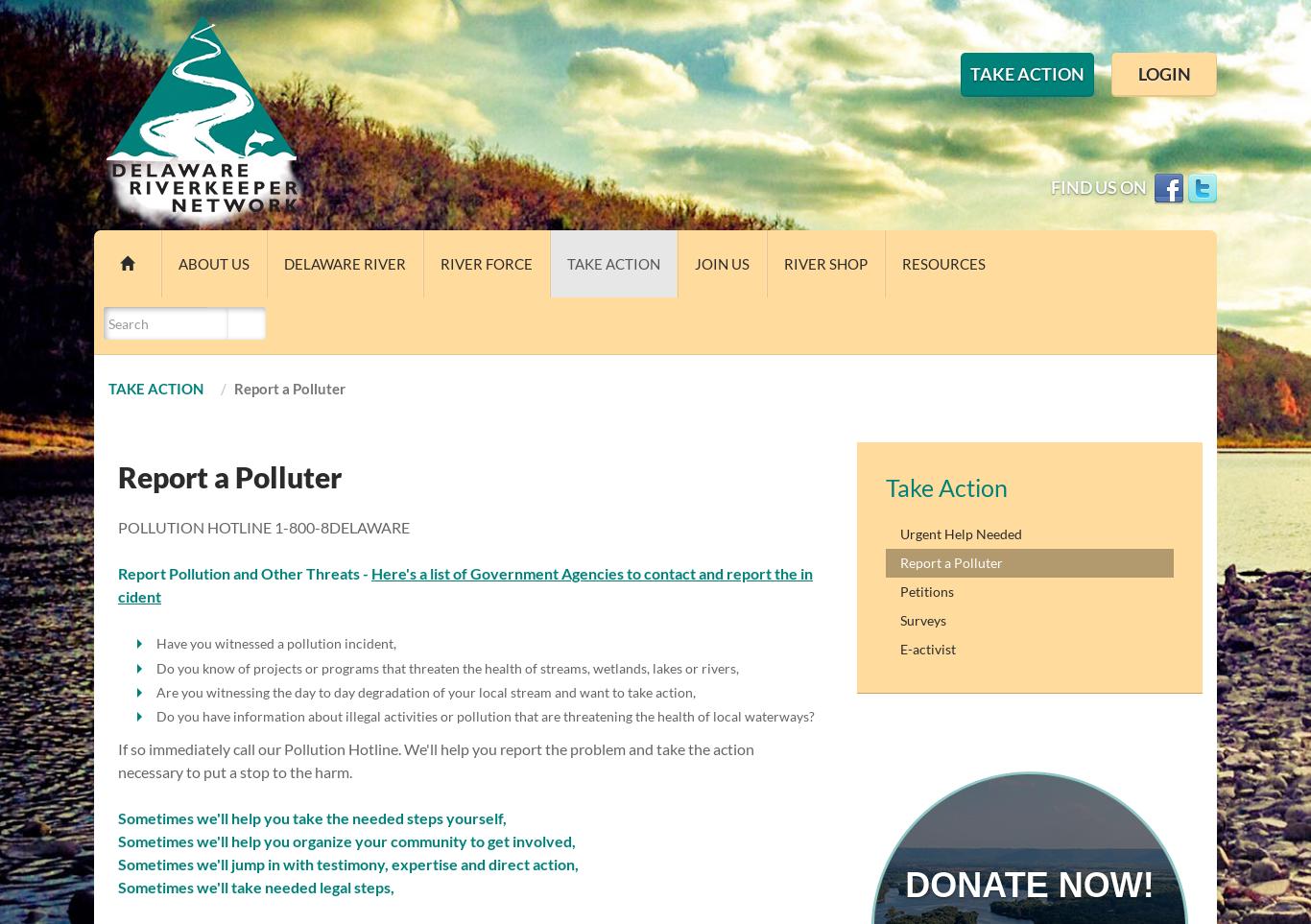 Image resolution: width=1311 pixels, height=924 pixels. Describe the element at coordinates (314, 817) in the screenshot. I see `'Sometimes we'll help you take the needed steps yourself,'` at that location.